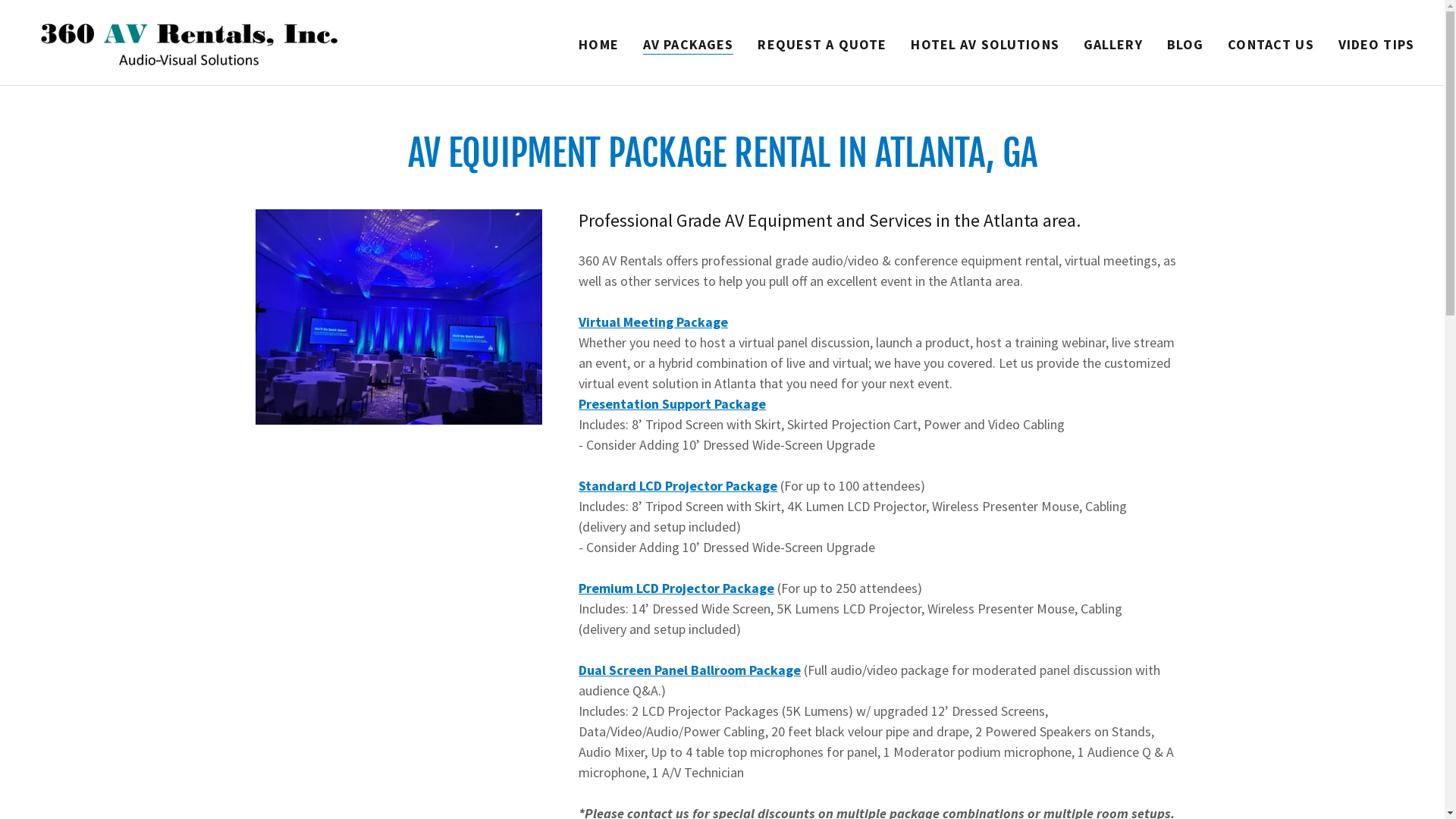 Image resolution: width=1456 pixels, height=819 pixels. What do you see at coordinates (1270, 42) in the screenshot?
I see `'CONTACT US'` at bounding box center [1270, 42].